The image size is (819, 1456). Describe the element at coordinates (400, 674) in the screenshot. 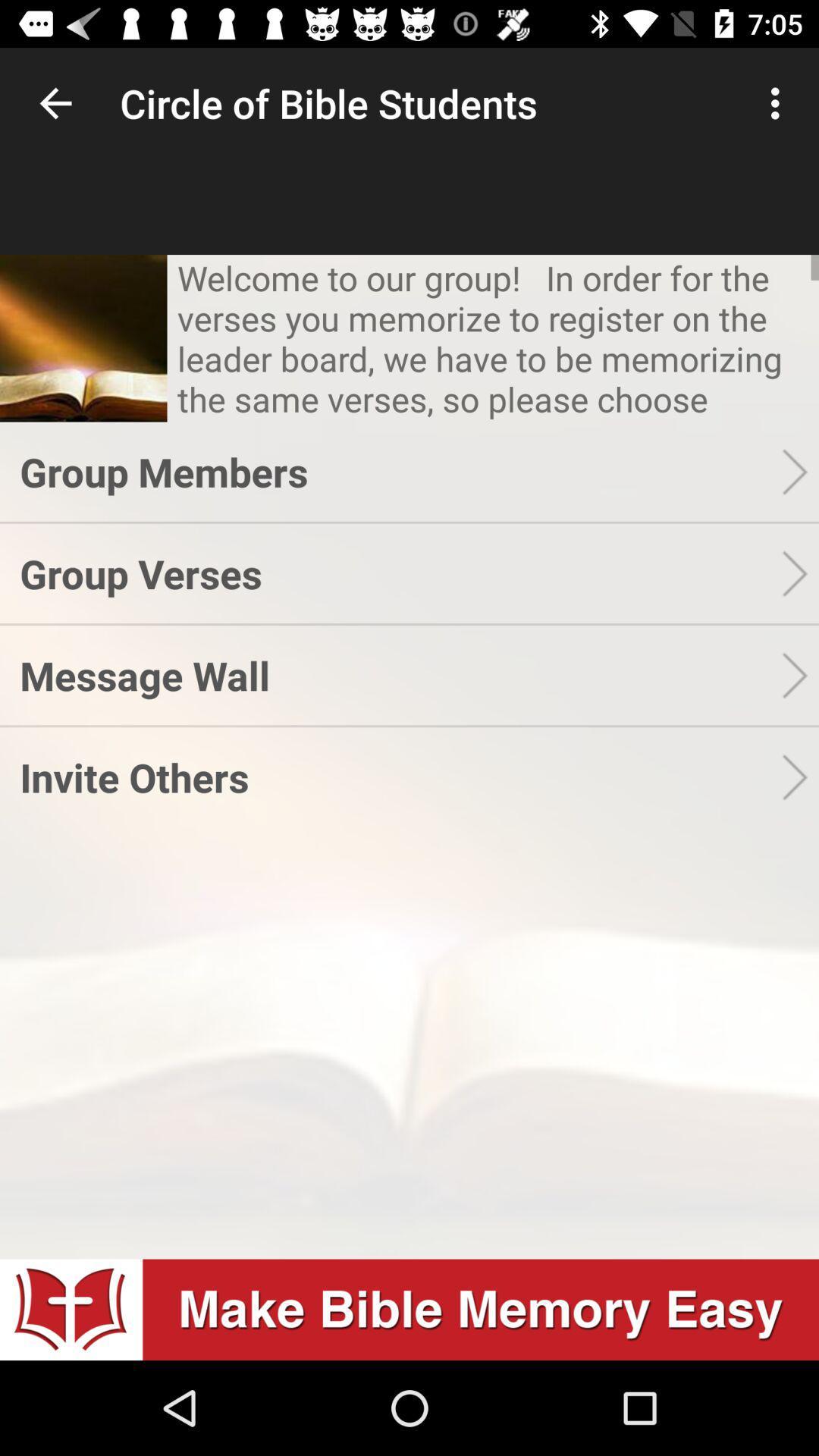

I see `message wall` at that location.